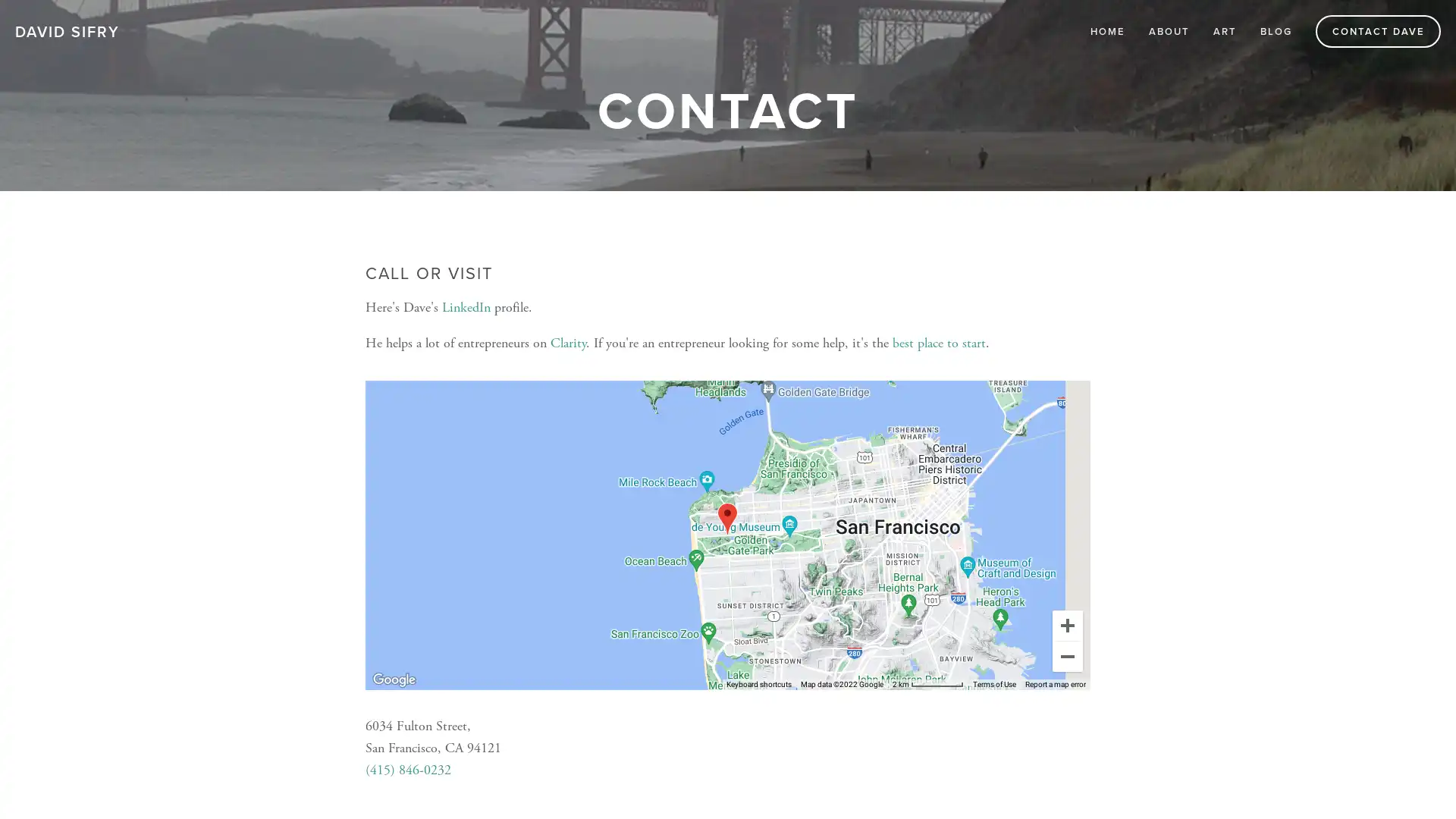 The image size is (1456, 819). What do you see at coordinates (726, 517) in the screenshot?
I see `6034 Fulton Street San Francisco, CA, 94121, United States` at bounding box center [726, 517].